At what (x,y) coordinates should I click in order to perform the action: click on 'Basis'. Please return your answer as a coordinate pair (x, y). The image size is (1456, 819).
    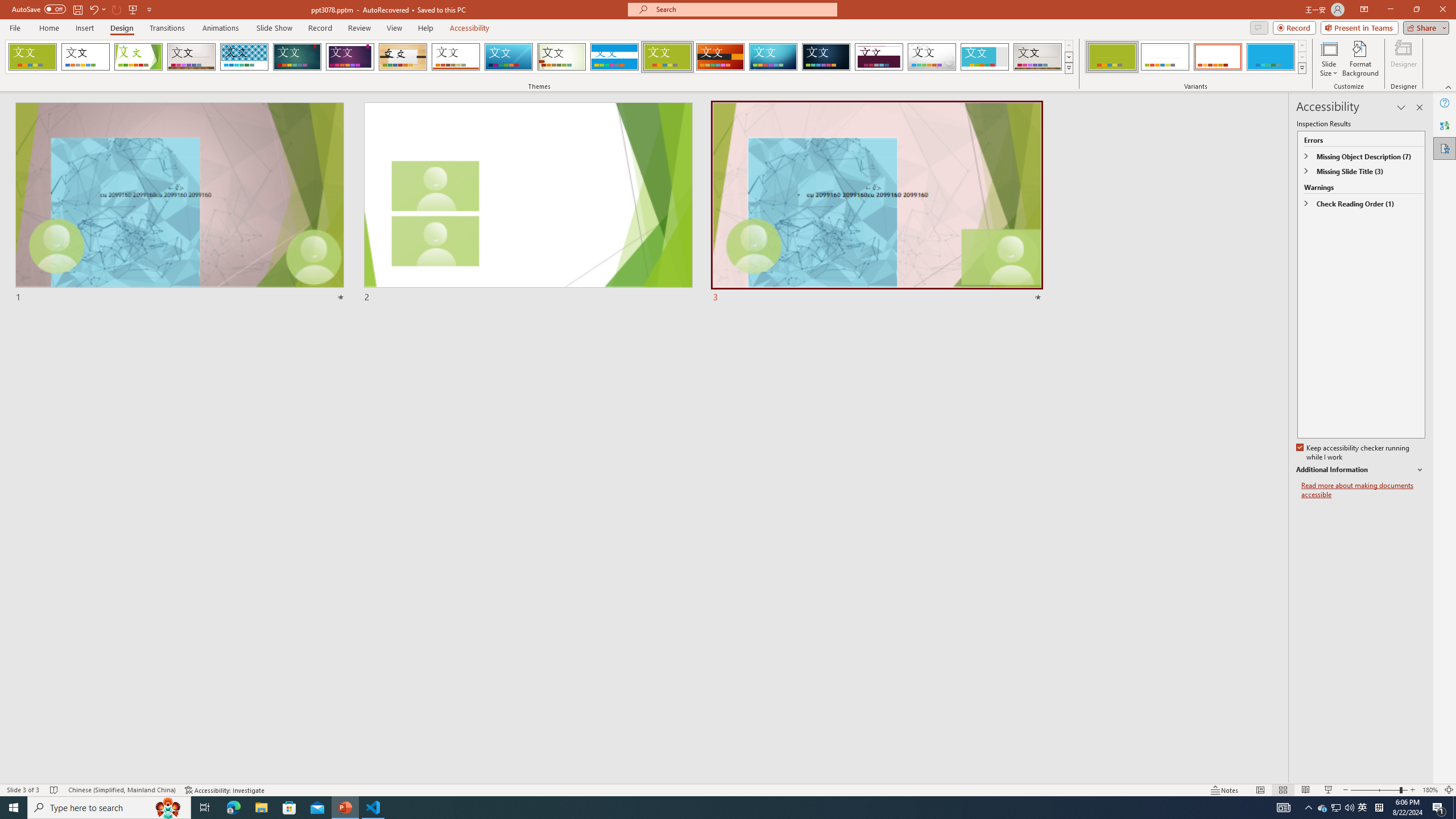
    Looking at the image, I should click on (667, 56).